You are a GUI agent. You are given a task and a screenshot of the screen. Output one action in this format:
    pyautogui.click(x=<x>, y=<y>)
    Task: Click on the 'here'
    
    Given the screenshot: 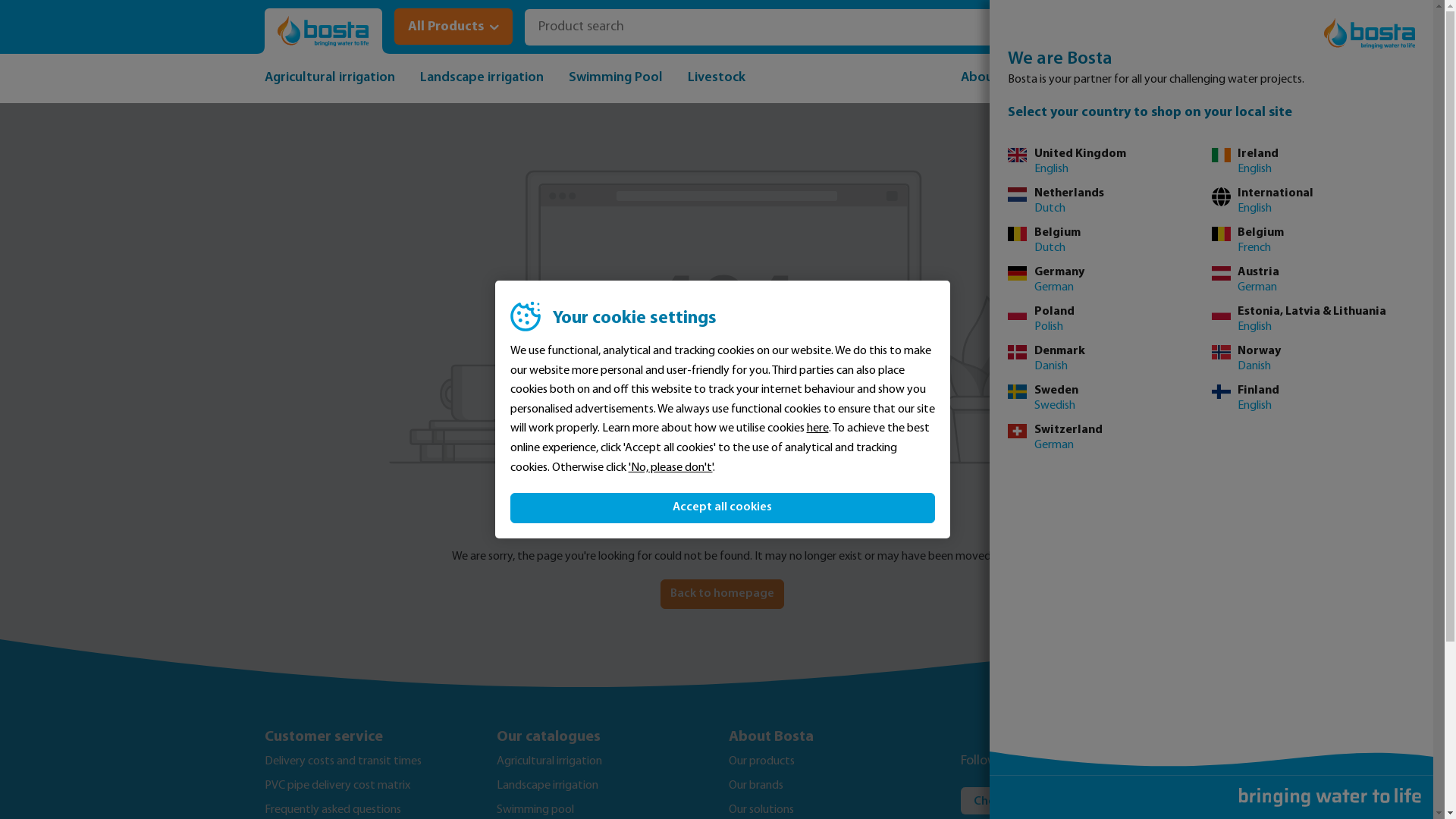 What is the action you would take?
    pyautogui.click(x=817, y=429)
    